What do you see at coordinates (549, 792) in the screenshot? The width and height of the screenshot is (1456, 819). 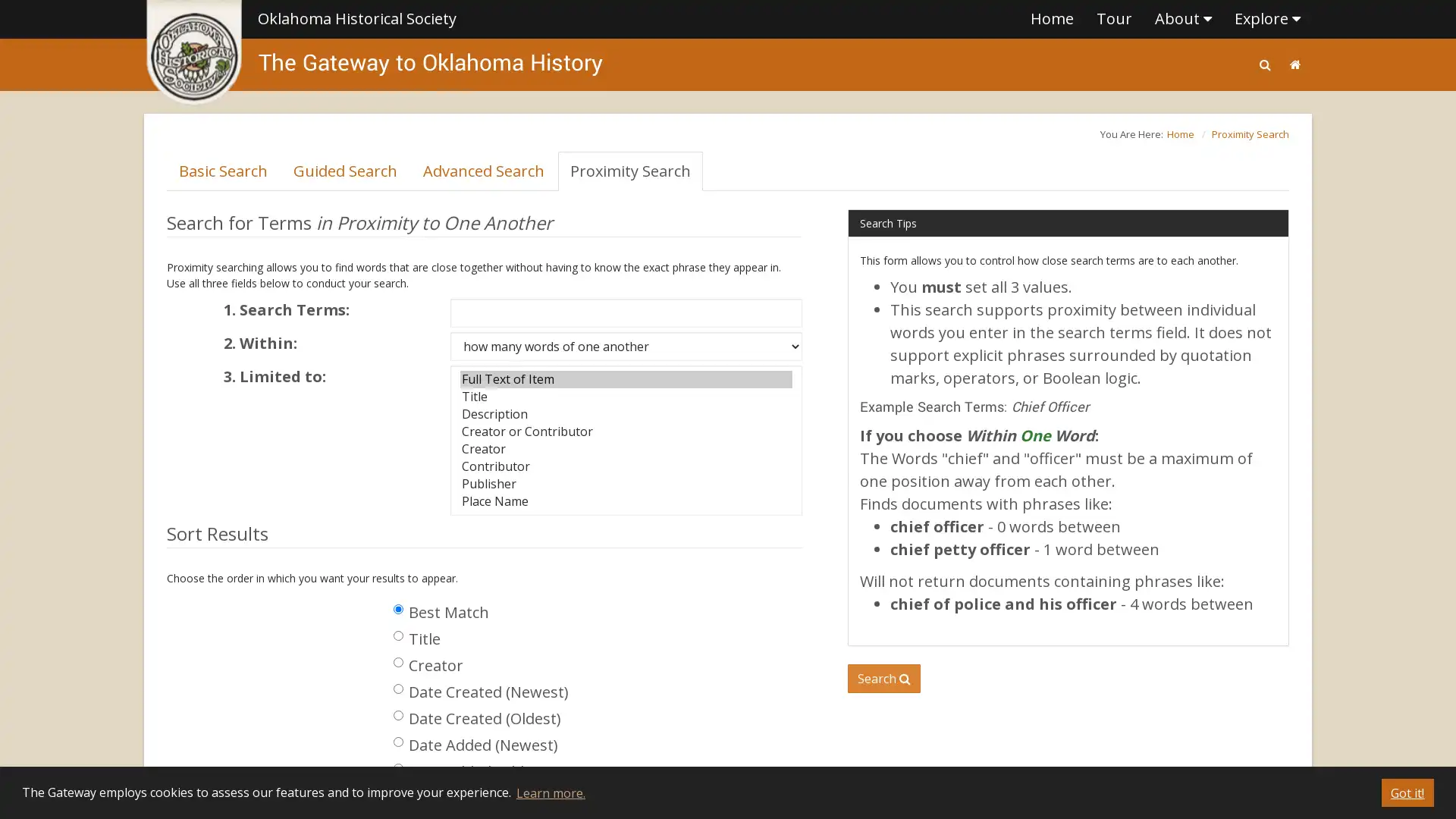 I see `learn more about cookies` at bounding box center [549, 792].